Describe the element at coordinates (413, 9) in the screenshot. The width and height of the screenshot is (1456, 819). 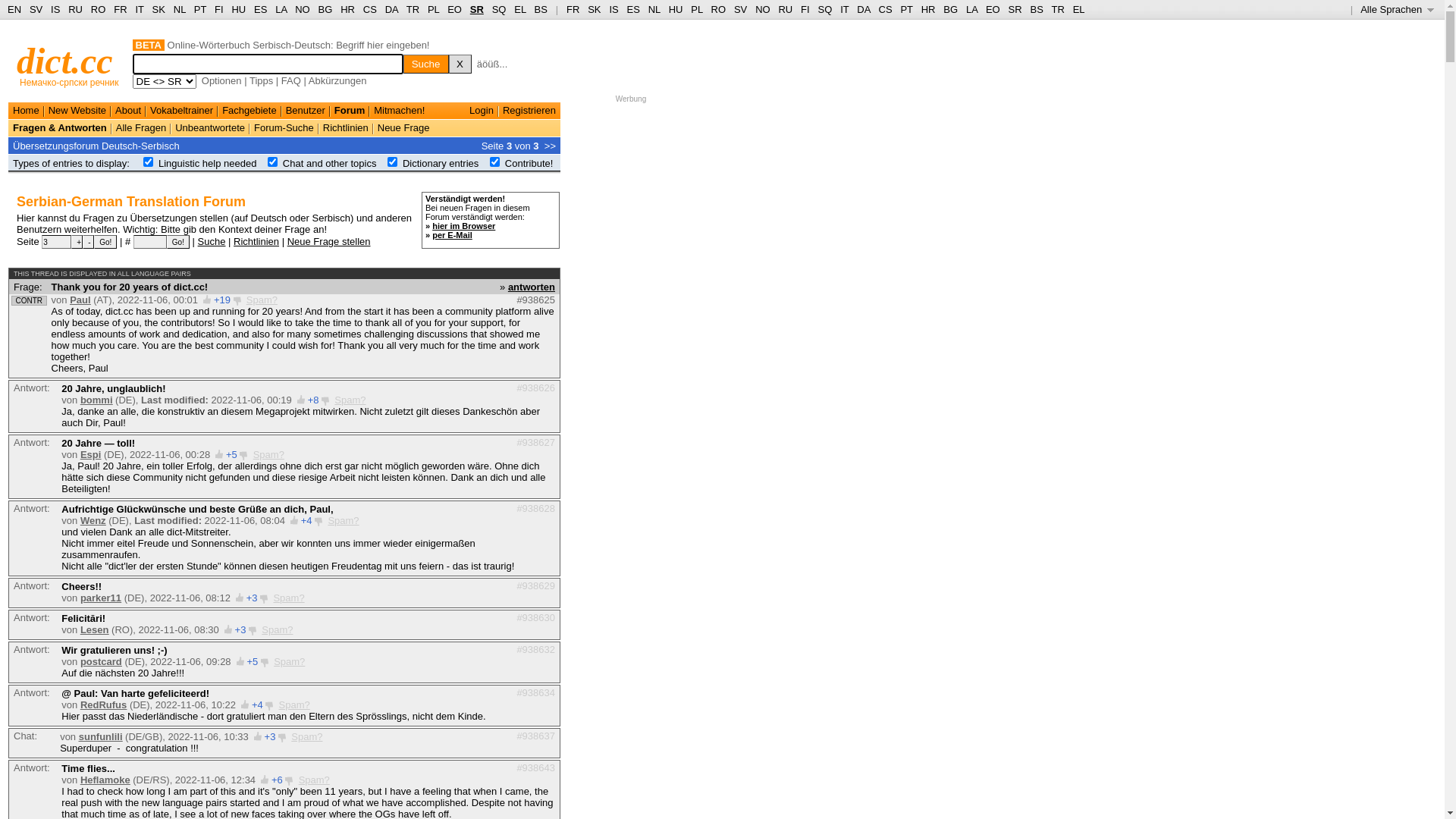
I see `'TR'` at that location.